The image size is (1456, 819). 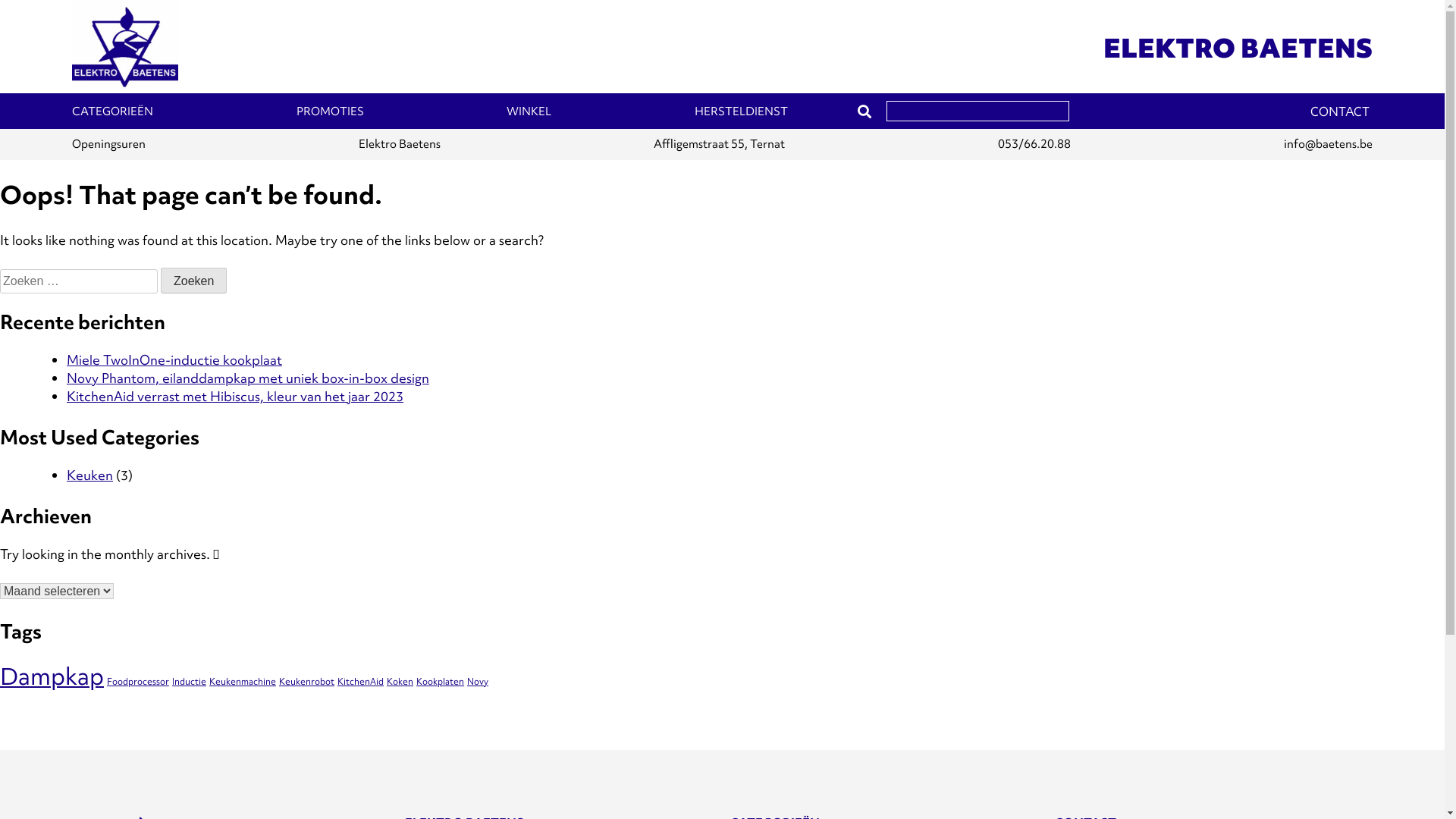 What do you see at coordinates (416, 680) in the screenshot?
I see `'Kookplaten'` at bounding box center [416, 680].